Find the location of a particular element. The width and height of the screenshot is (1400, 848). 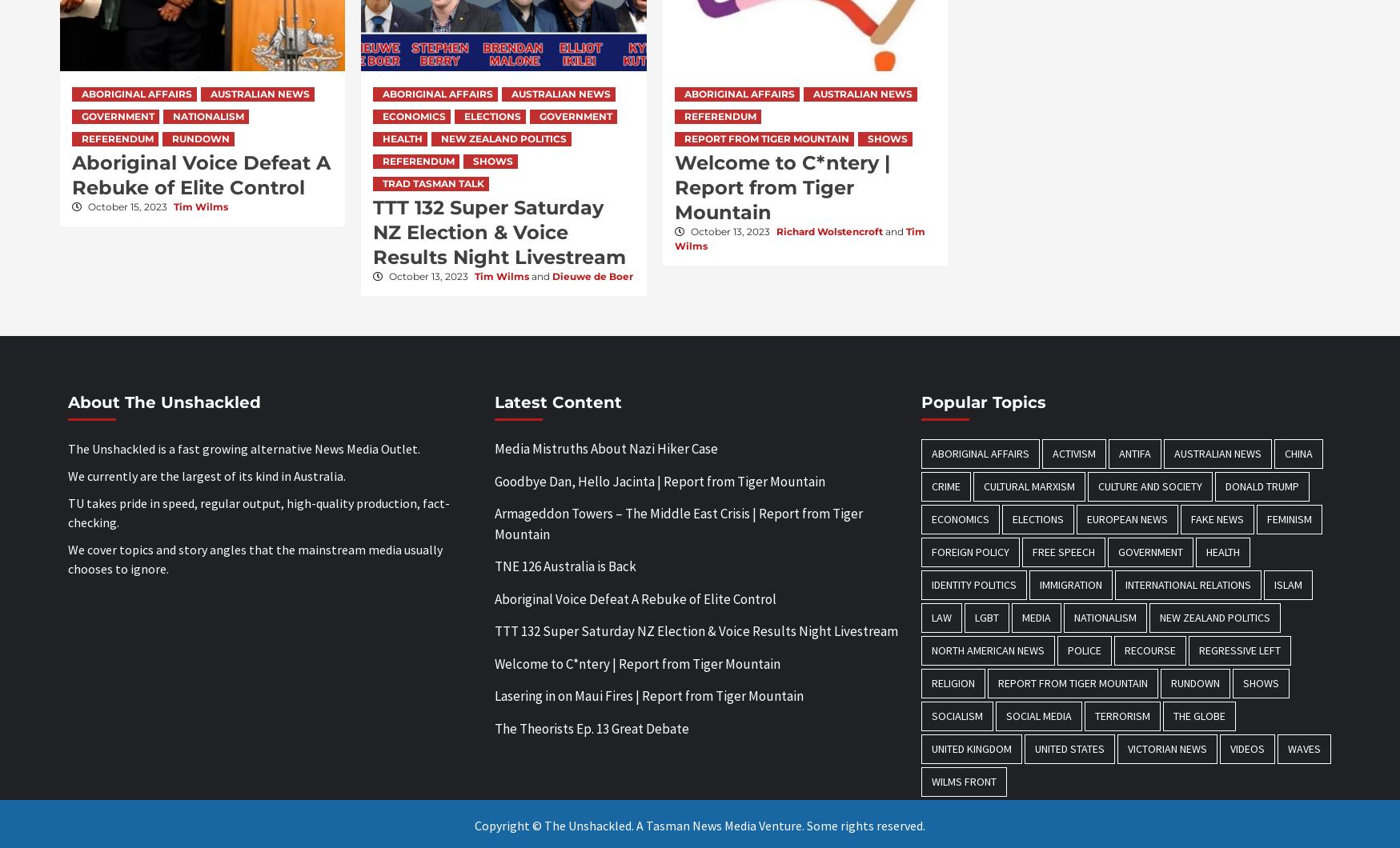

'North American News' is located at coordinates (987, 650).